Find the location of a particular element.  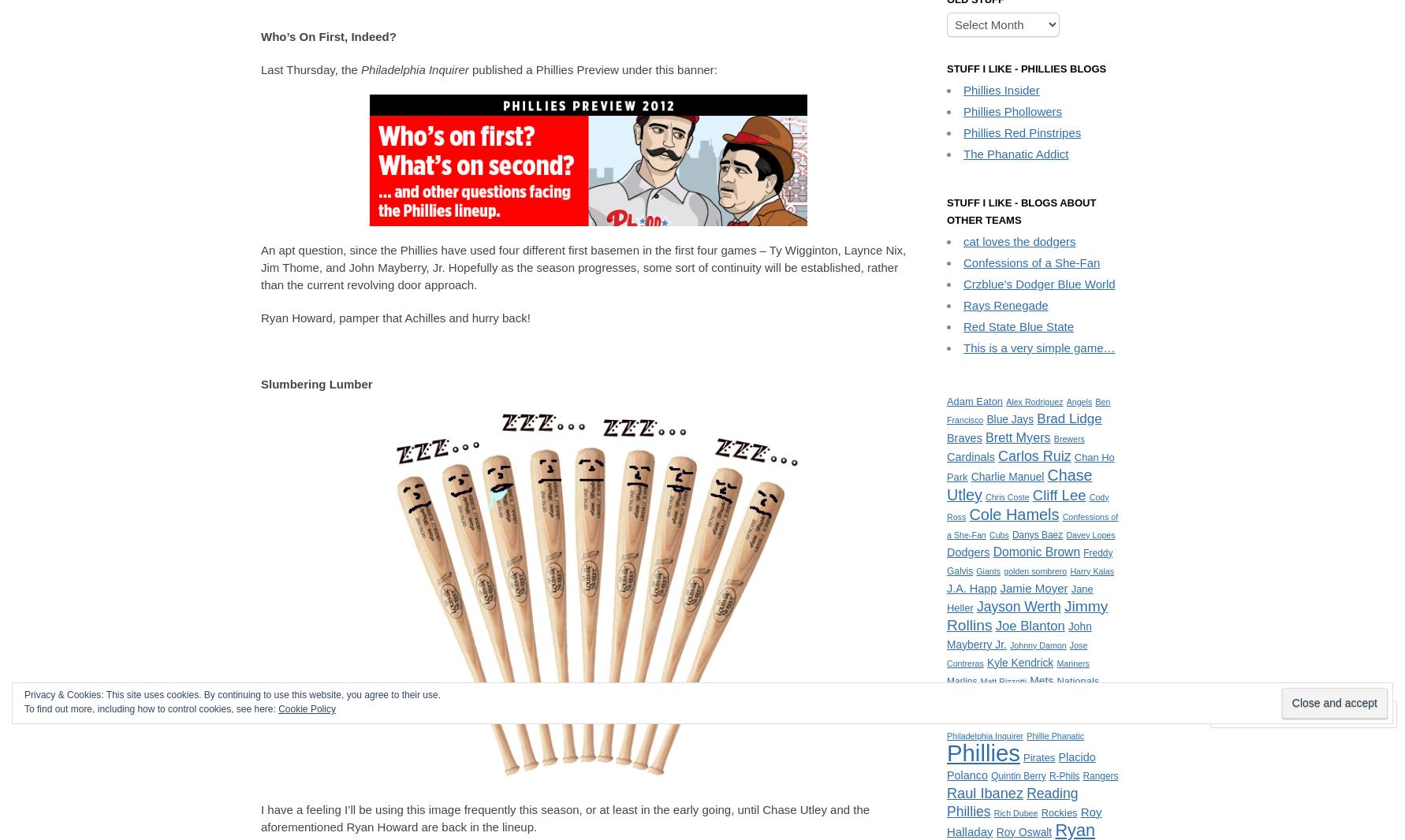

'Phillies Phollowers' is located at coordinates (1012, 110).